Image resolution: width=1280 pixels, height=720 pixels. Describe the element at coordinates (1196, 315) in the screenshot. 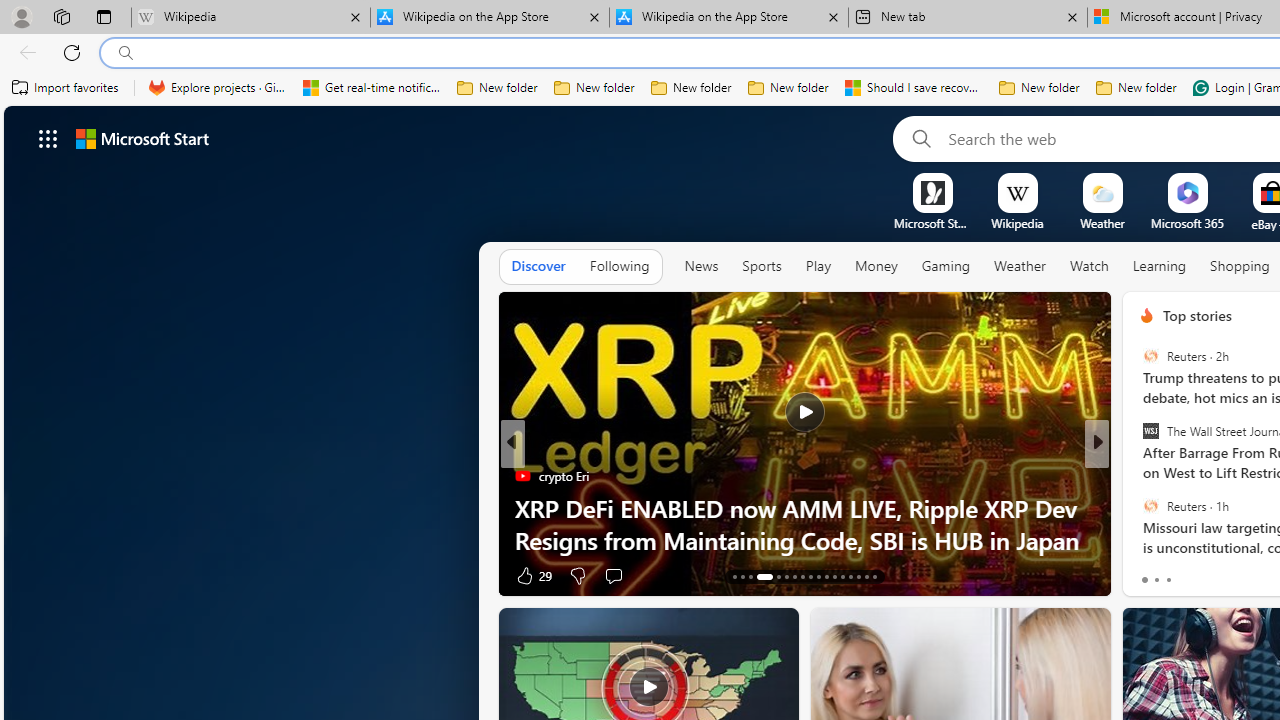

I see `'Top stories'` at that location.